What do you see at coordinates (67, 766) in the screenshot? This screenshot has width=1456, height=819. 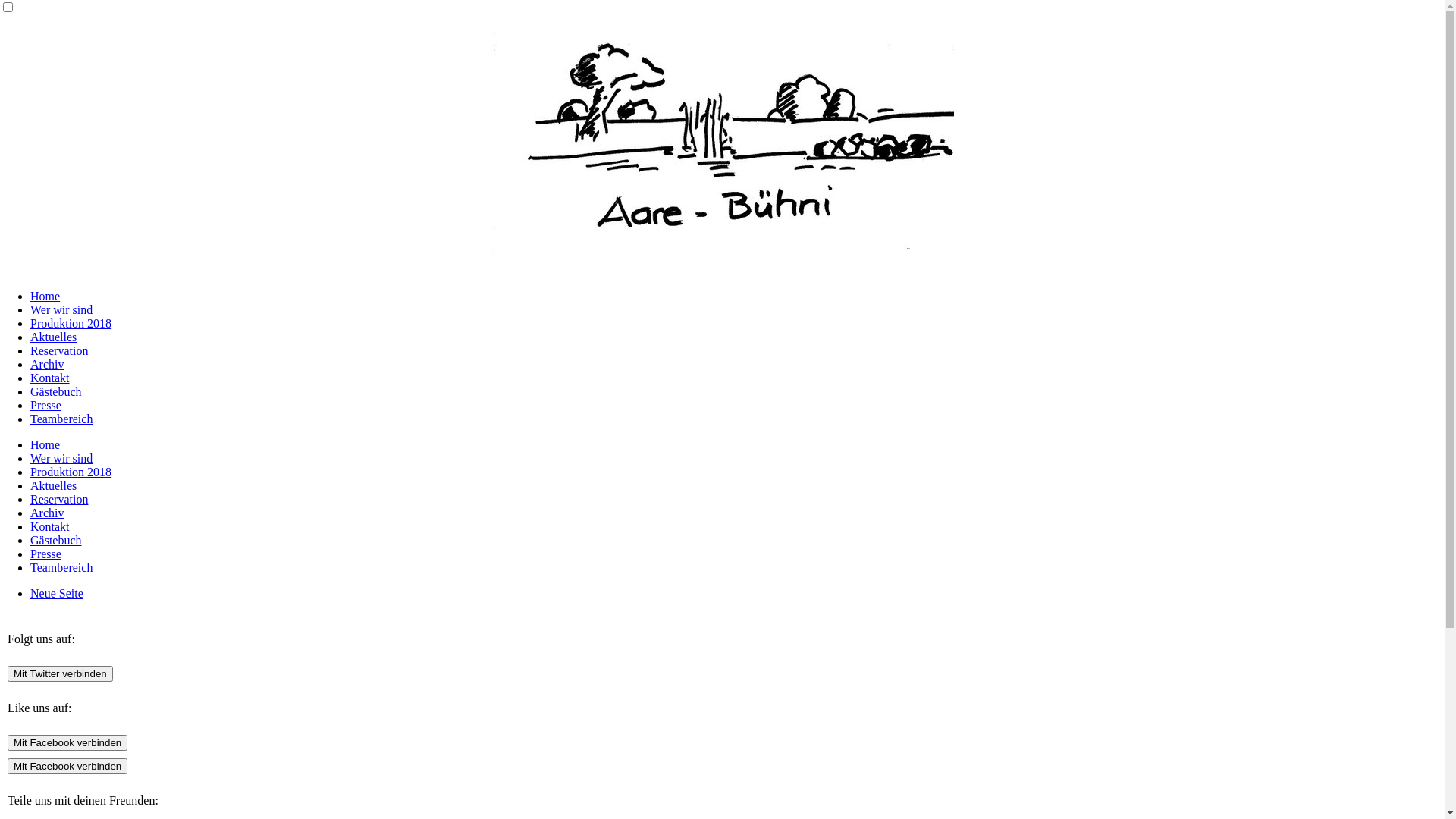 I see `'Mit Facebook verbinden'` at bounding box center [67, 766].